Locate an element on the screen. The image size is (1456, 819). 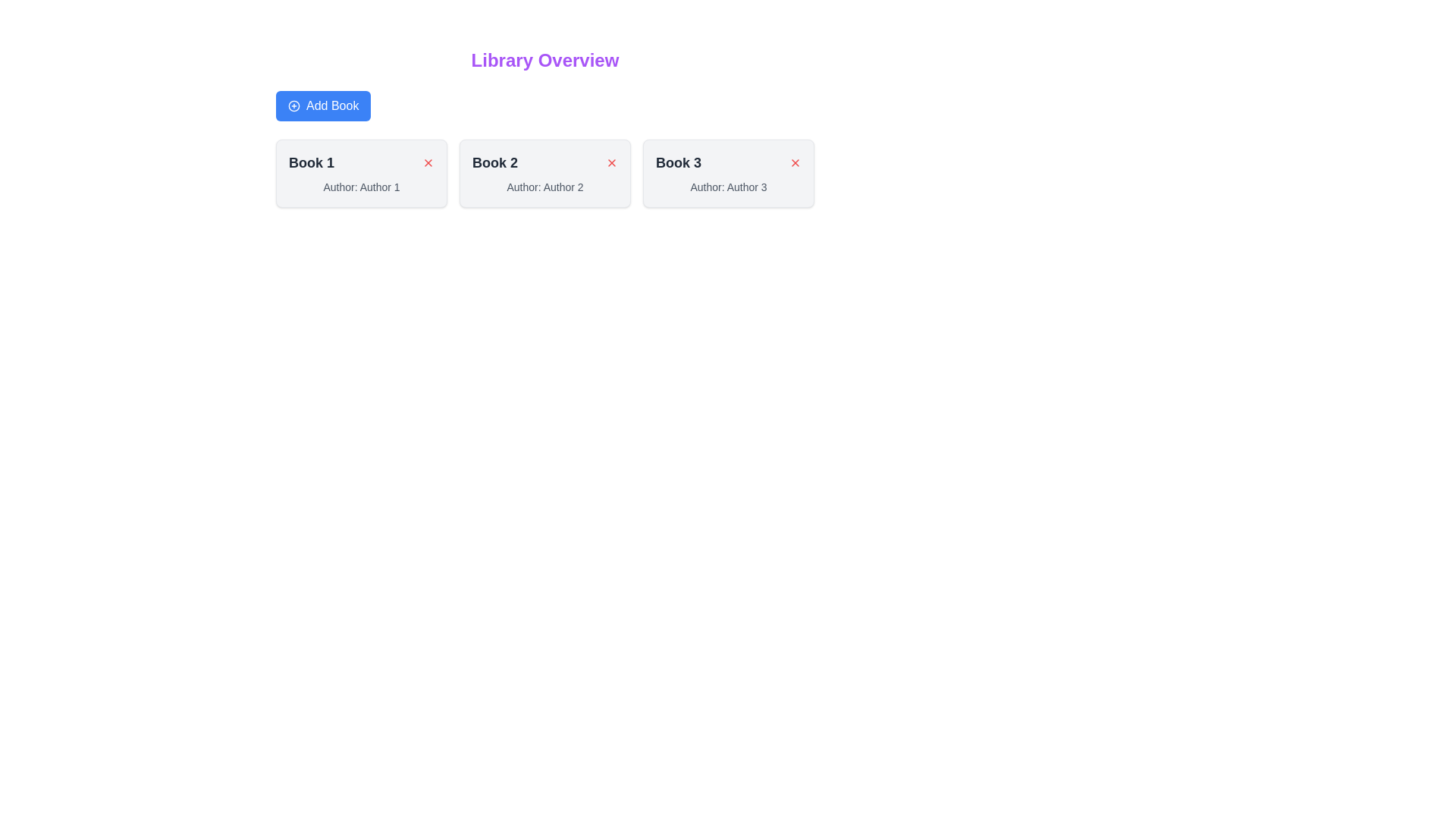
the circular component inside the blue 'Add Book' button, which has a thin border and is part of an icon is located at coordinates (294, 105).